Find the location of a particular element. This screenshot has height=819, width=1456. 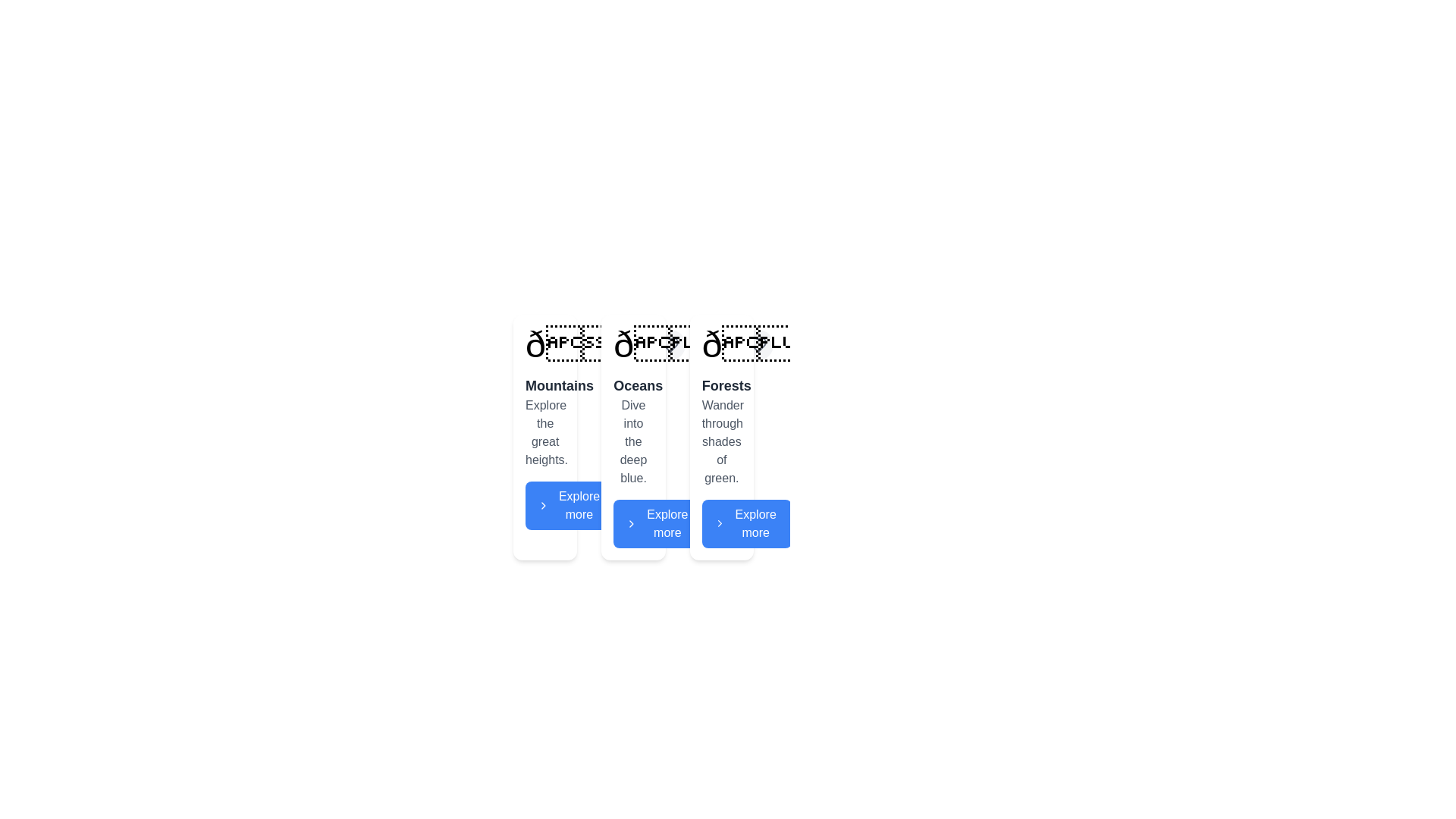

the 'Forests' themed graphical icon located at the top center of the third column in the card layout is located at coordinates (754, 345).